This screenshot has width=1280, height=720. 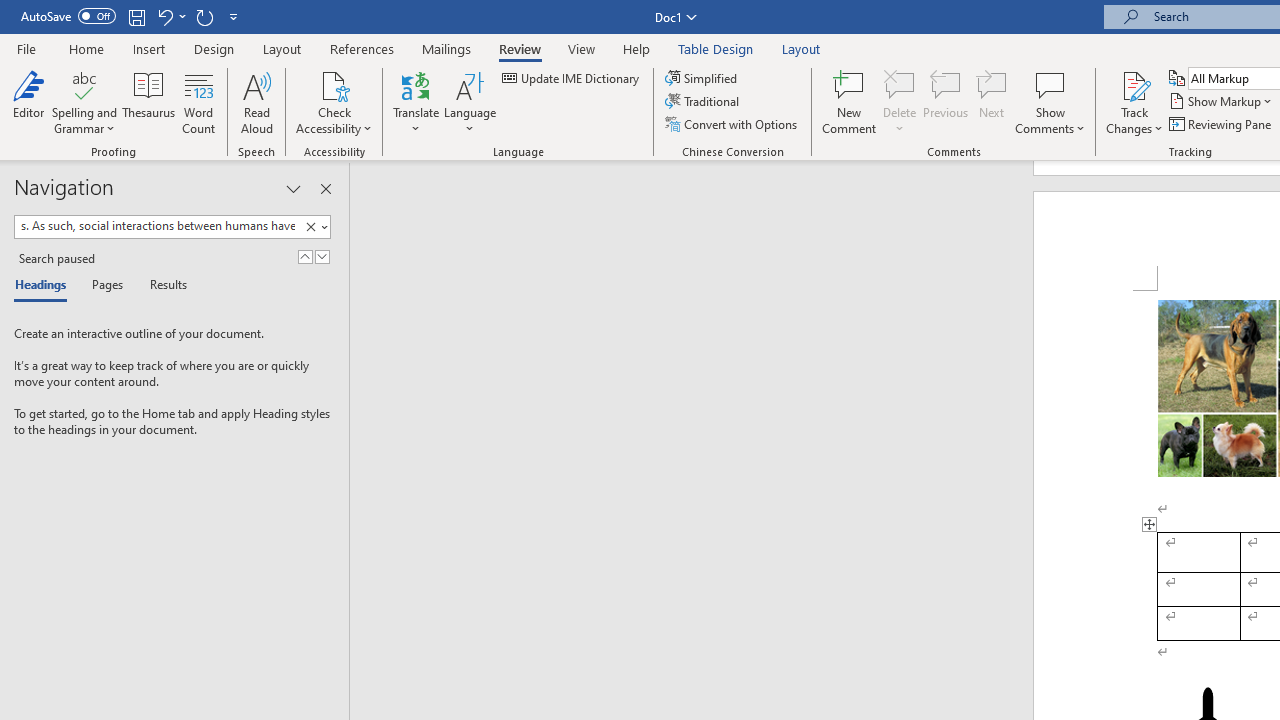 What do you see at coordinates (1049, 103) in the screenshot?
I see `'Show Comments'` at bounding box center [1049, 103].